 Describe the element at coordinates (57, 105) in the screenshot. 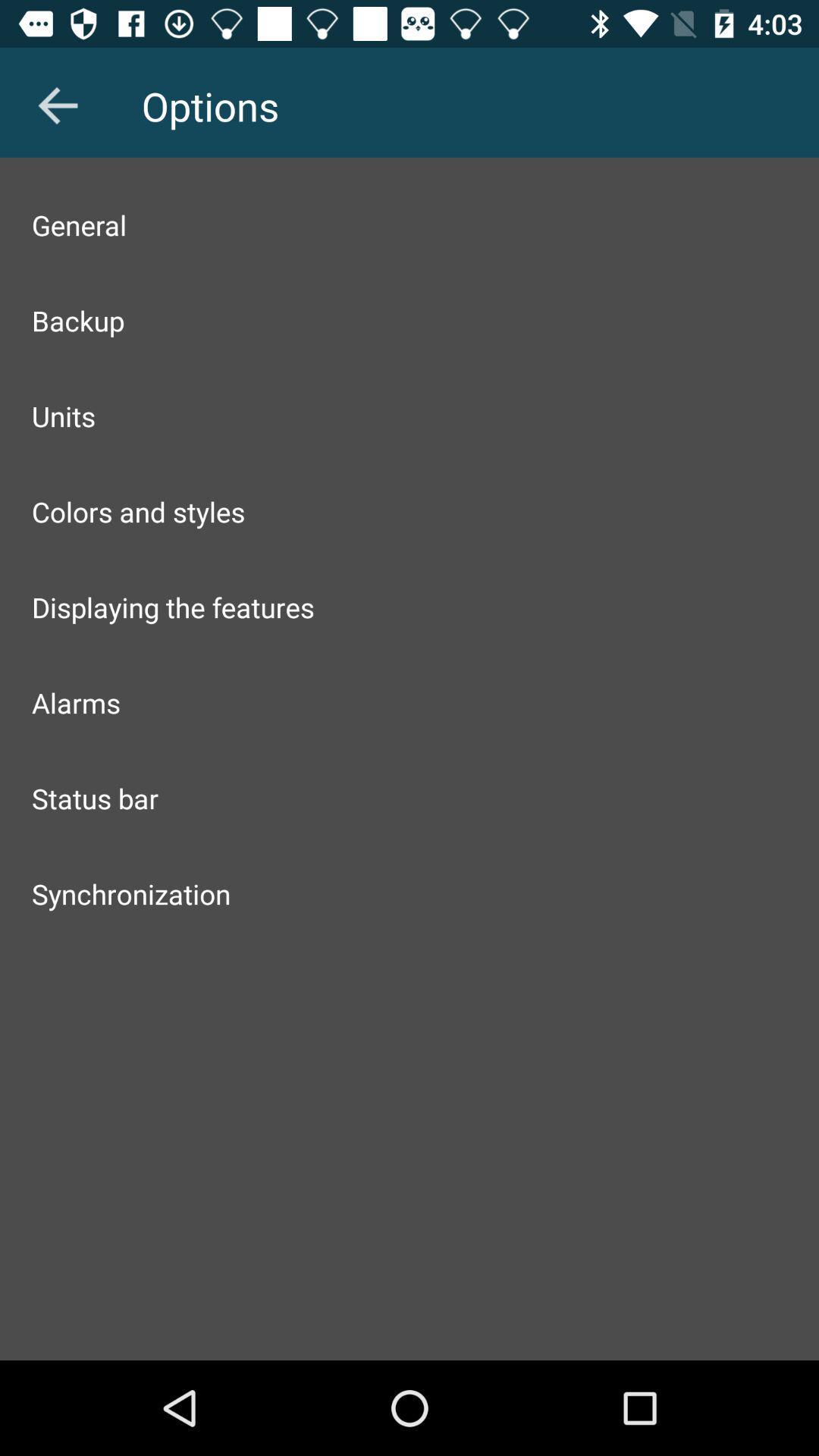

I see `the icon next to options item` at that location.